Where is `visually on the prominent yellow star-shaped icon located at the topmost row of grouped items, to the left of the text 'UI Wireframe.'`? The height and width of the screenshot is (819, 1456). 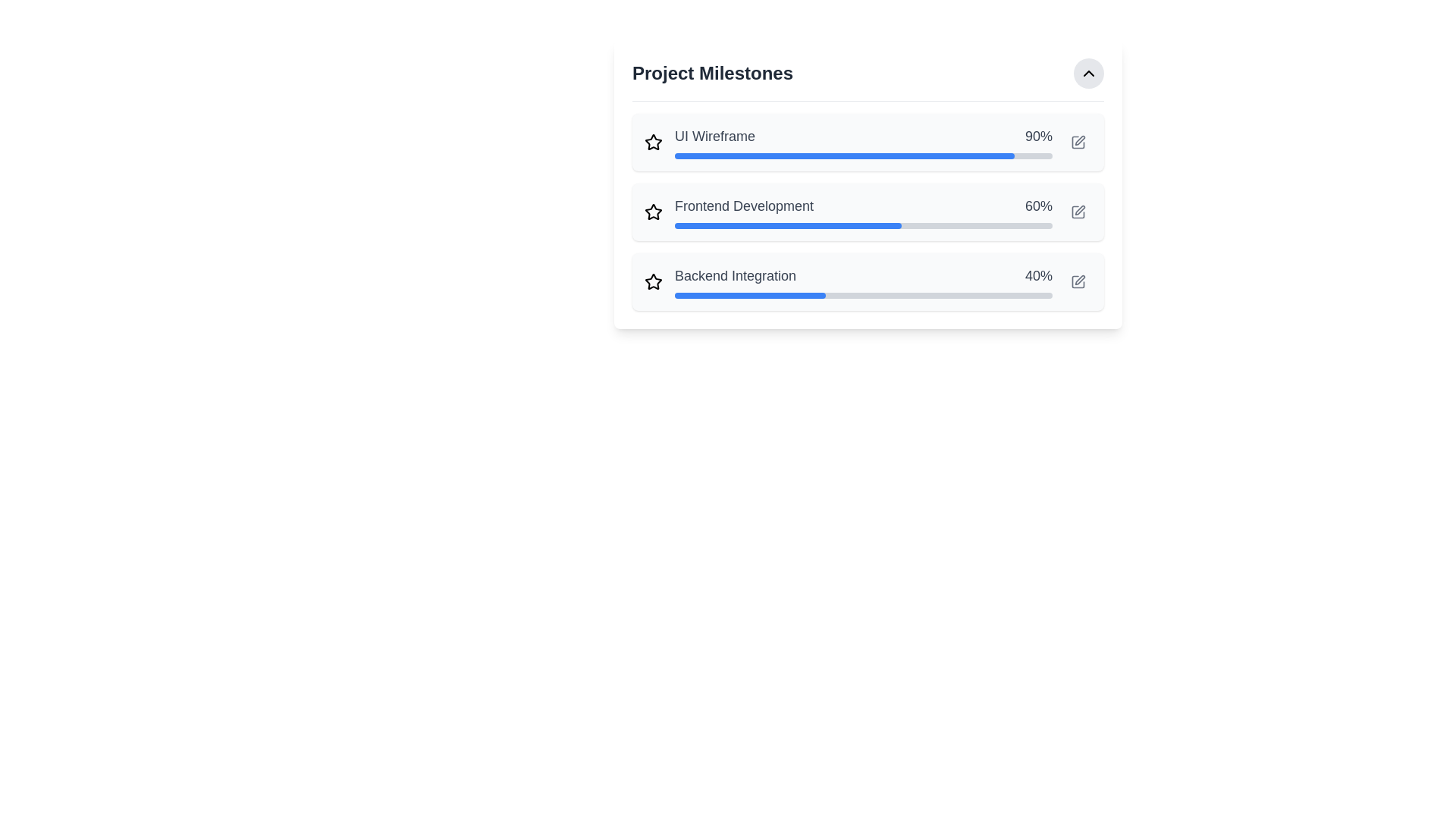
visually on the prominent yellow star-shaped icon located at the topmost row of grouped items, to the left of the text 'UI Wireframe.' is located at coordinates (654, 143).